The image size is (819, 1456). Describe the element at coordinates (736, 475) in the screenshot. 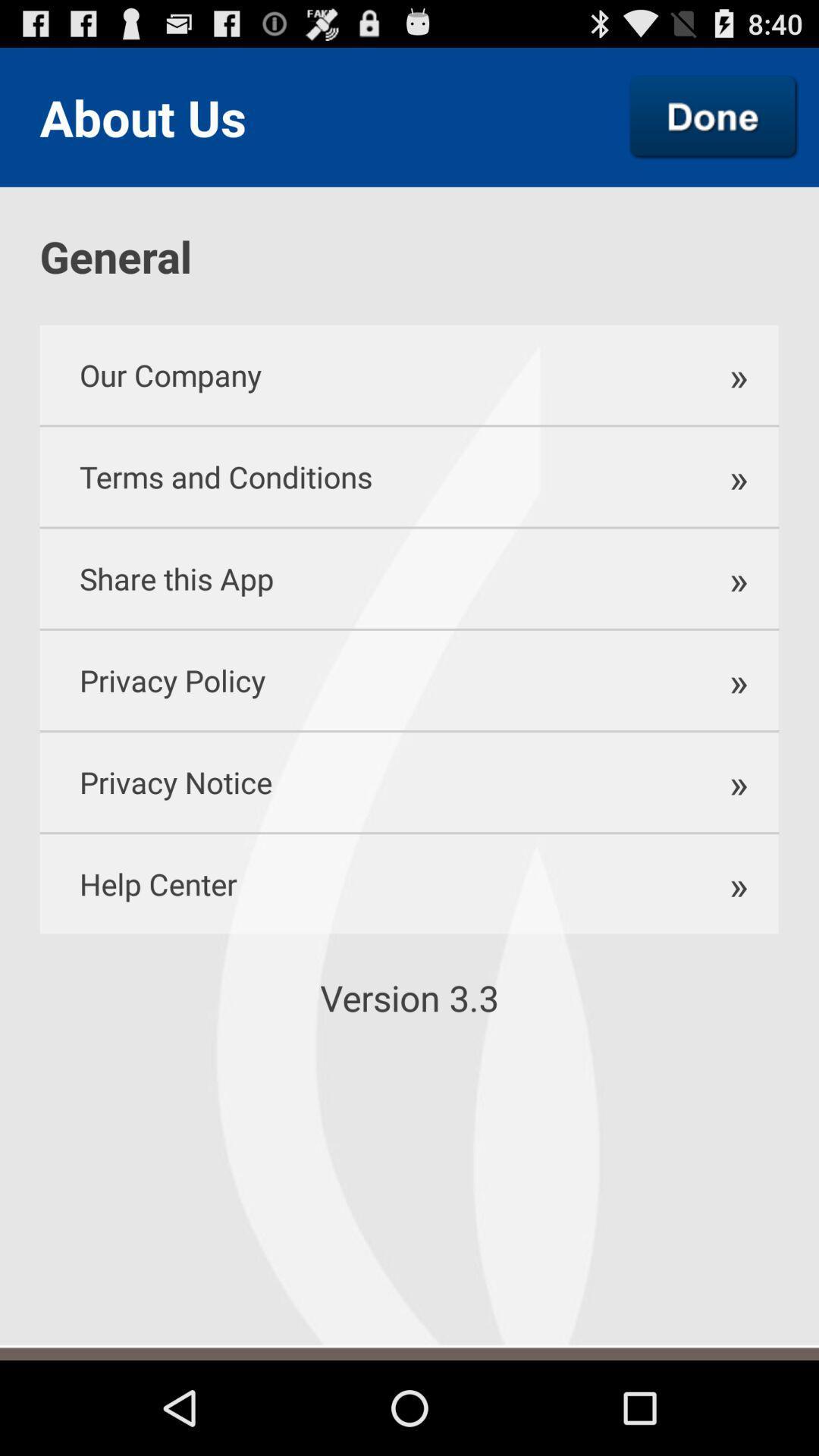

I see `the button to the right of terms and conditions` at that location.